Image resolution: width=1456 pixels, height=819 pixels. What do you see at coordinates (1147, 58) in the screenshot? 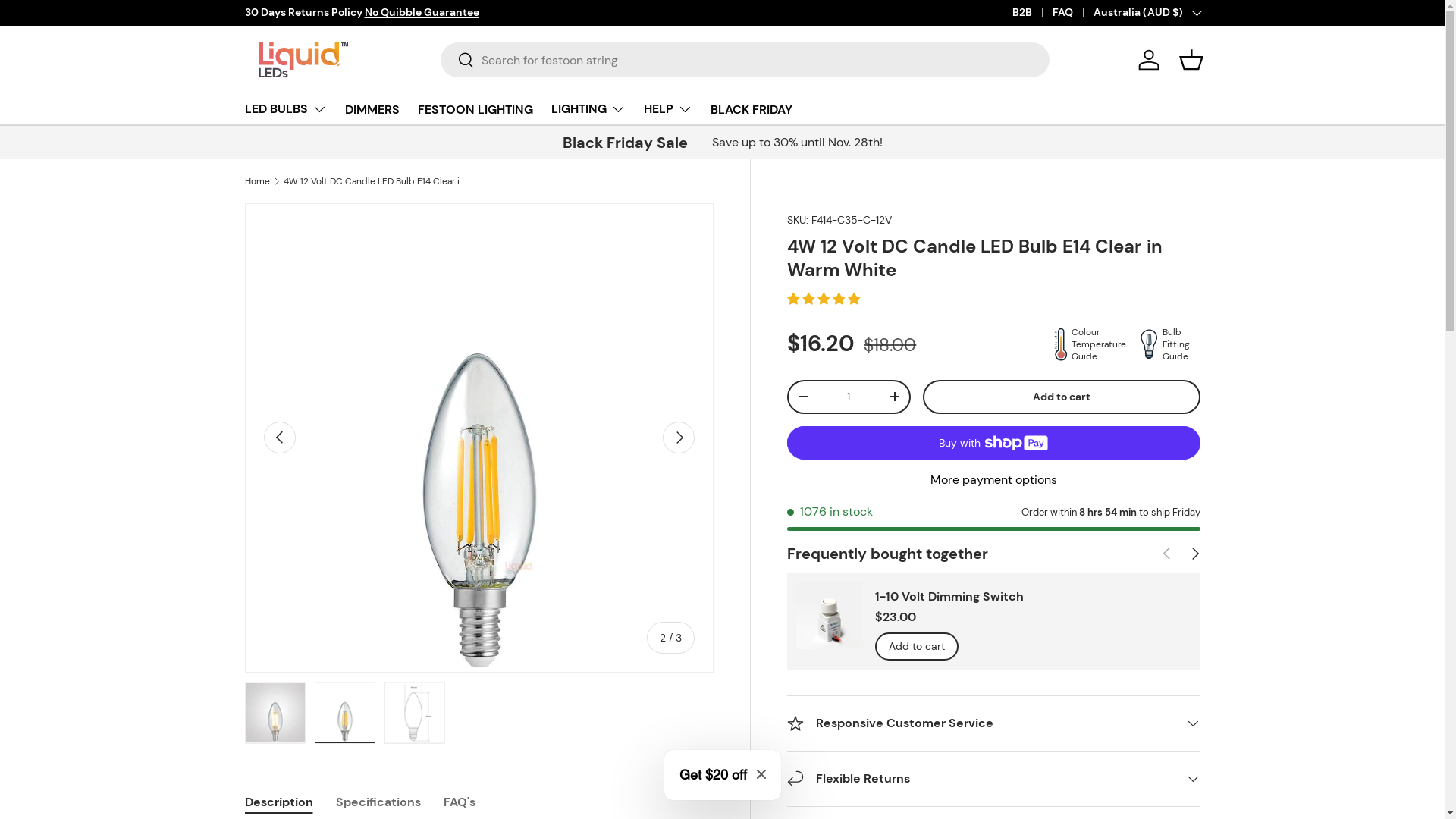
I see `'Log in'` at bounding box center [1147, 58].